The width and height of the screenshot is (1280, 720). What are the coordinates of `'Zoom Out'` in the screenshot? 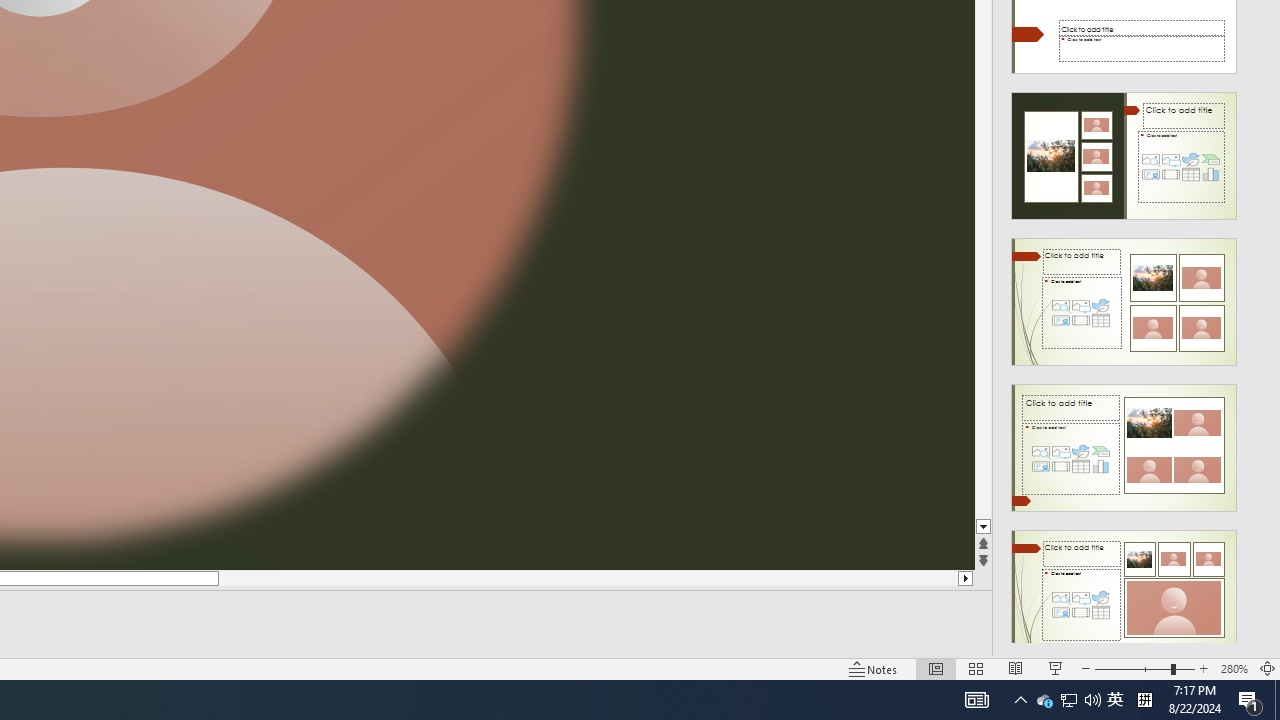 It's located at (1132, 669).